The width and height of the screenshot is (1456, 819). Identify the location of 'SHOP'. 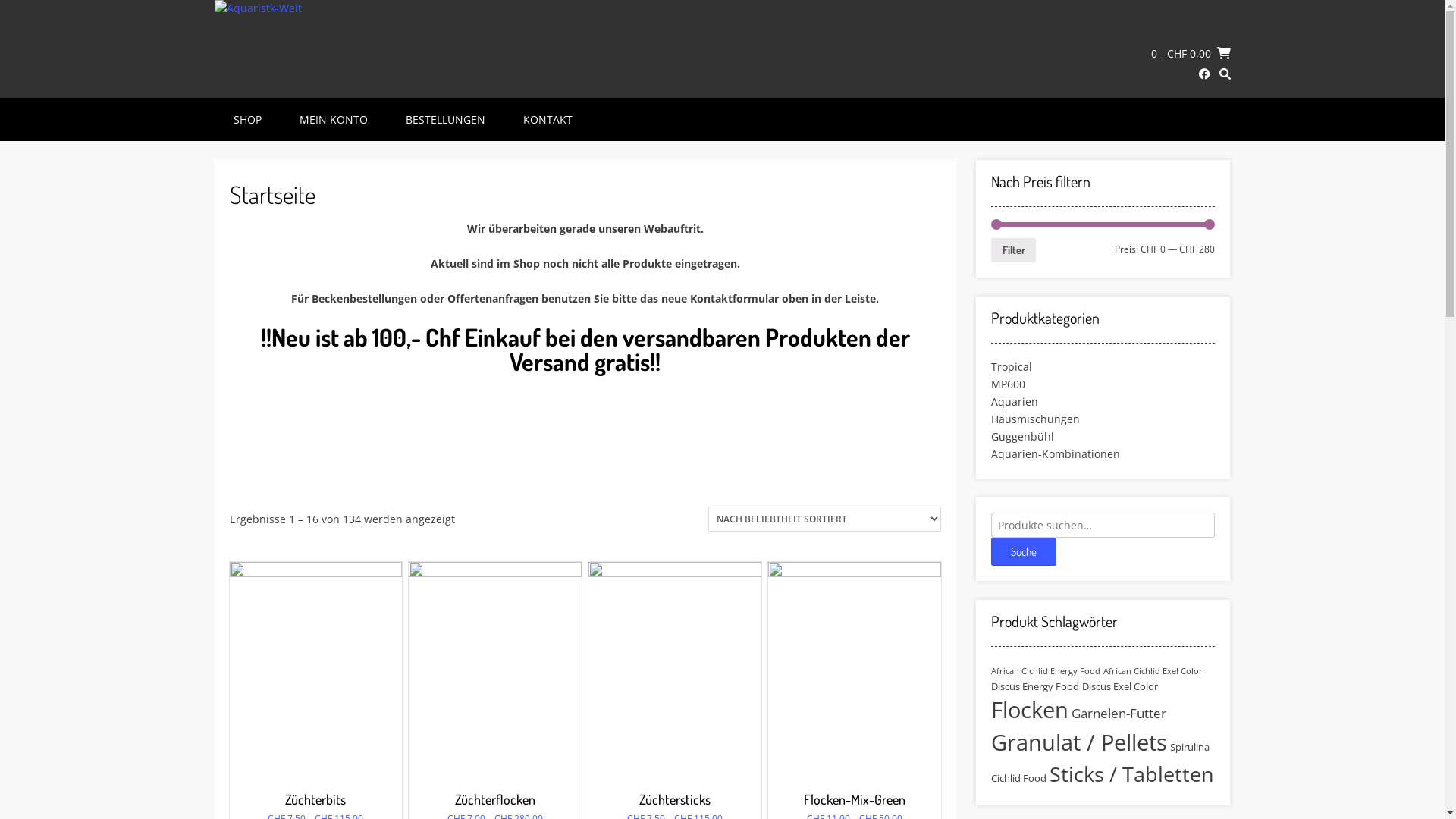
(247, 118).